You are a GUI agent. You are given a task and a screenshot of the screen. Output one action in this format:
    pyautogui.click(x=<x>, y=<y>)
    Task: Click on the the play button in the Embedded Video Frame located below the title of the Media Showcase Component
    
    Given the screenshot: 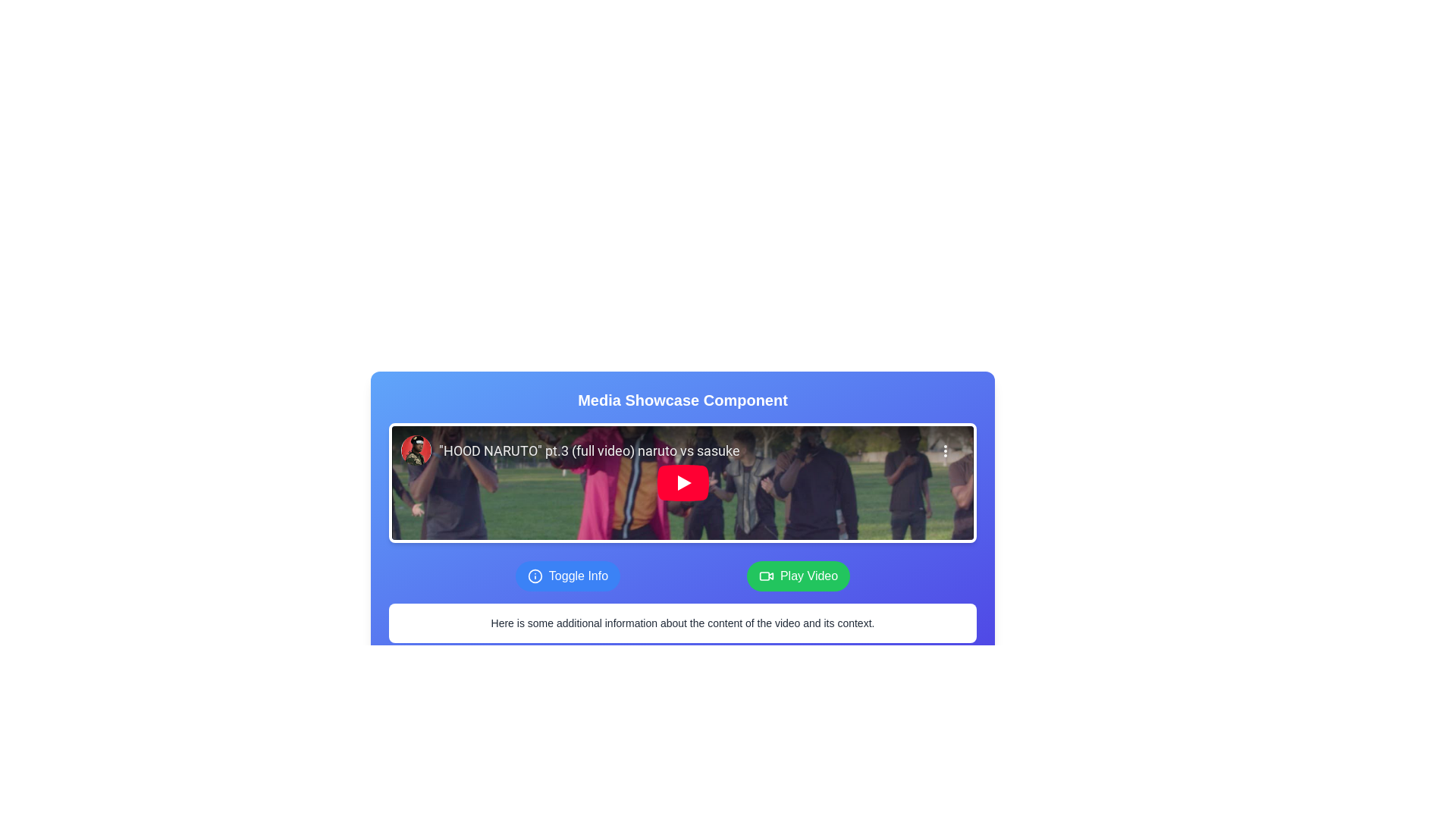 What is the action you would take?
    pyautogui.click(x=682, y=482)
    